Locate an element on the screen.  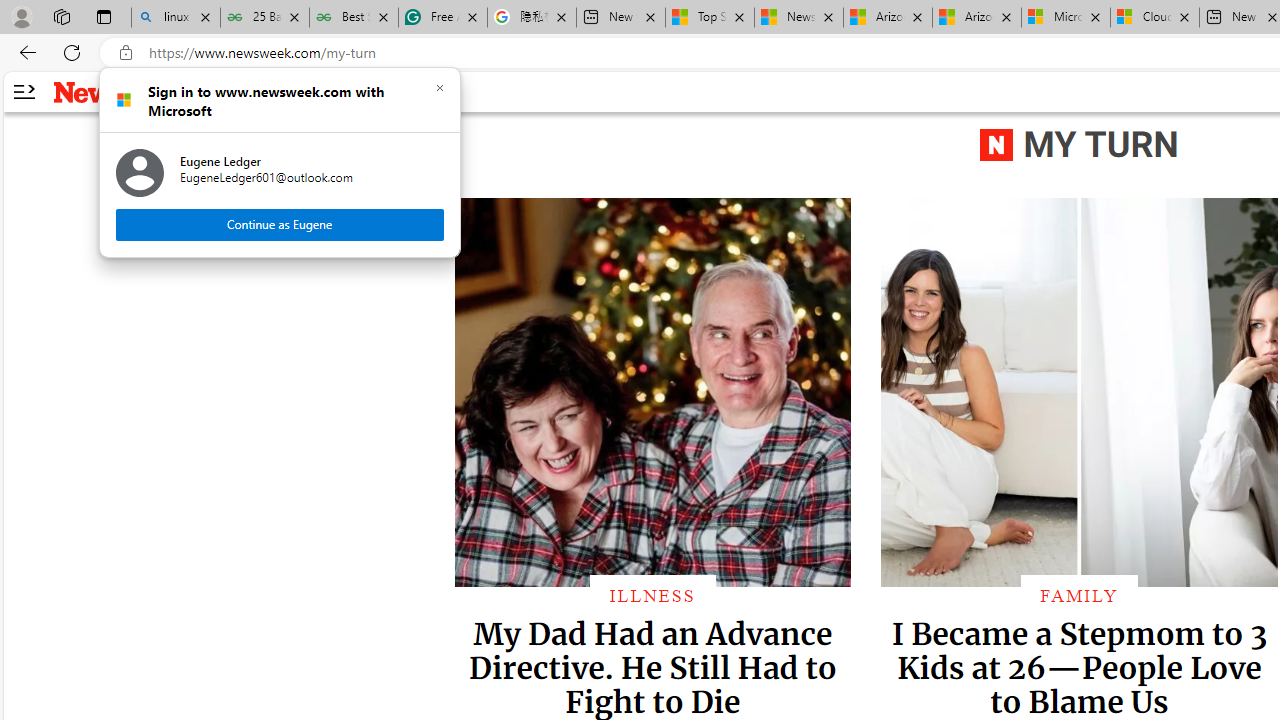
'Microsoft Services Agreement' is located at coordinates (1064, 17).